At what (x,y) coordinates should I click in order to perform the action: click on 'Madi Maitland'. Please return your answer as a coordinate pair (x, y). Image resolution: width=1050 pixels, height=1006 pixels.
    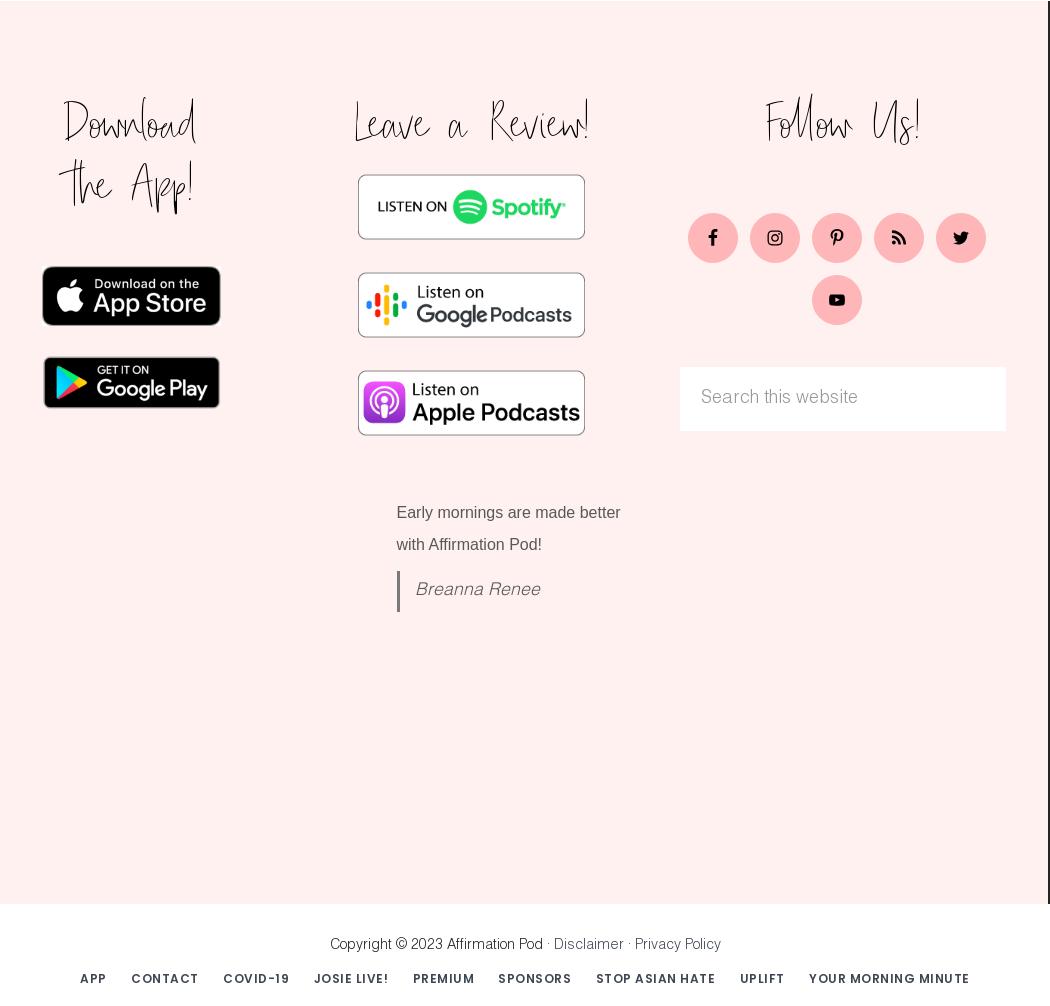
    Looking at the image, I should click on (462, 780).